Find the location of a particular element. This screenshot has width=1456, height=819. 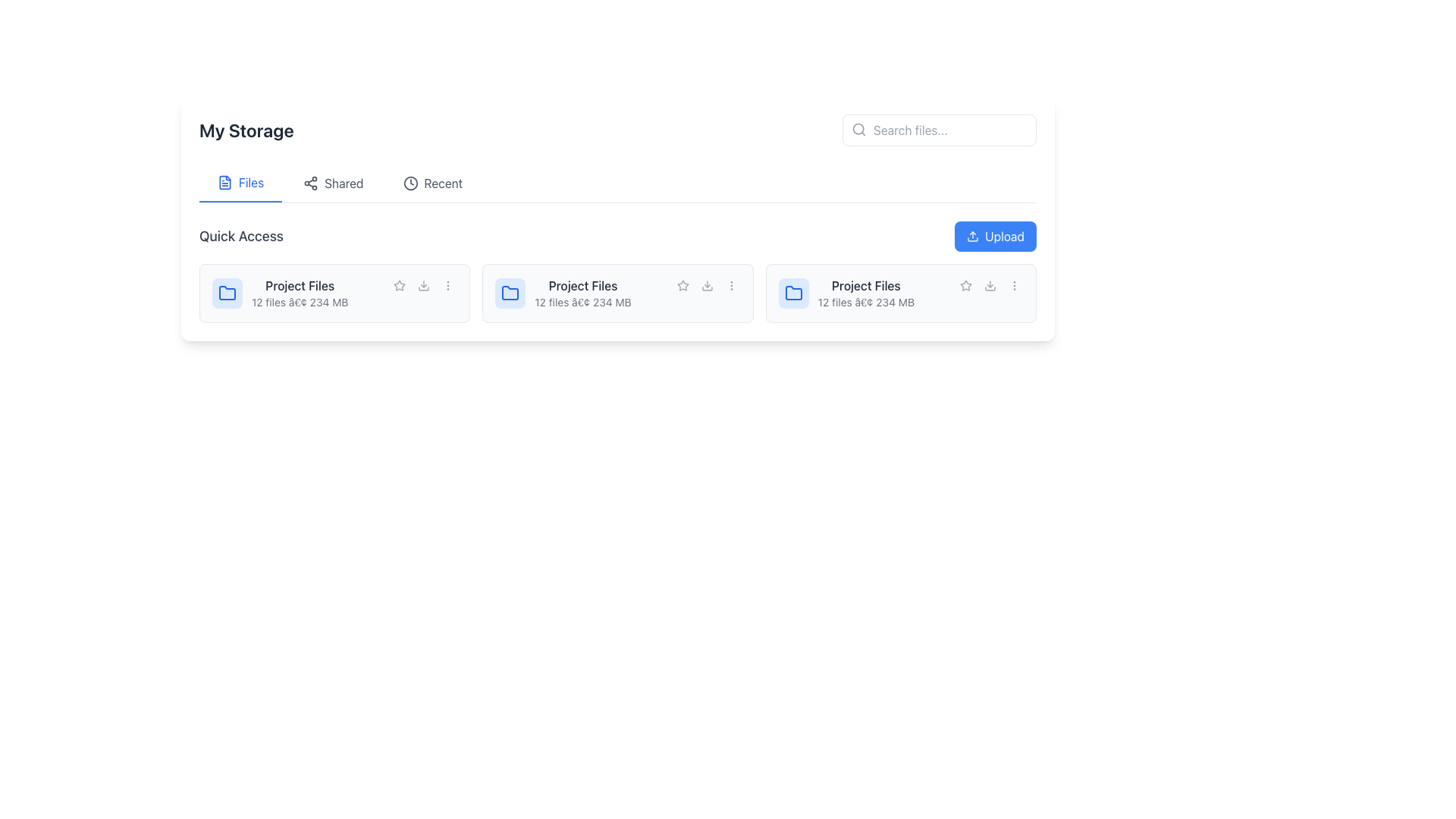

the Text label displaying the name and metadata of the specific folder in the 'Quick Access' section, which is the first of three 'Project Files' entries is located at coordinates (300, 293).